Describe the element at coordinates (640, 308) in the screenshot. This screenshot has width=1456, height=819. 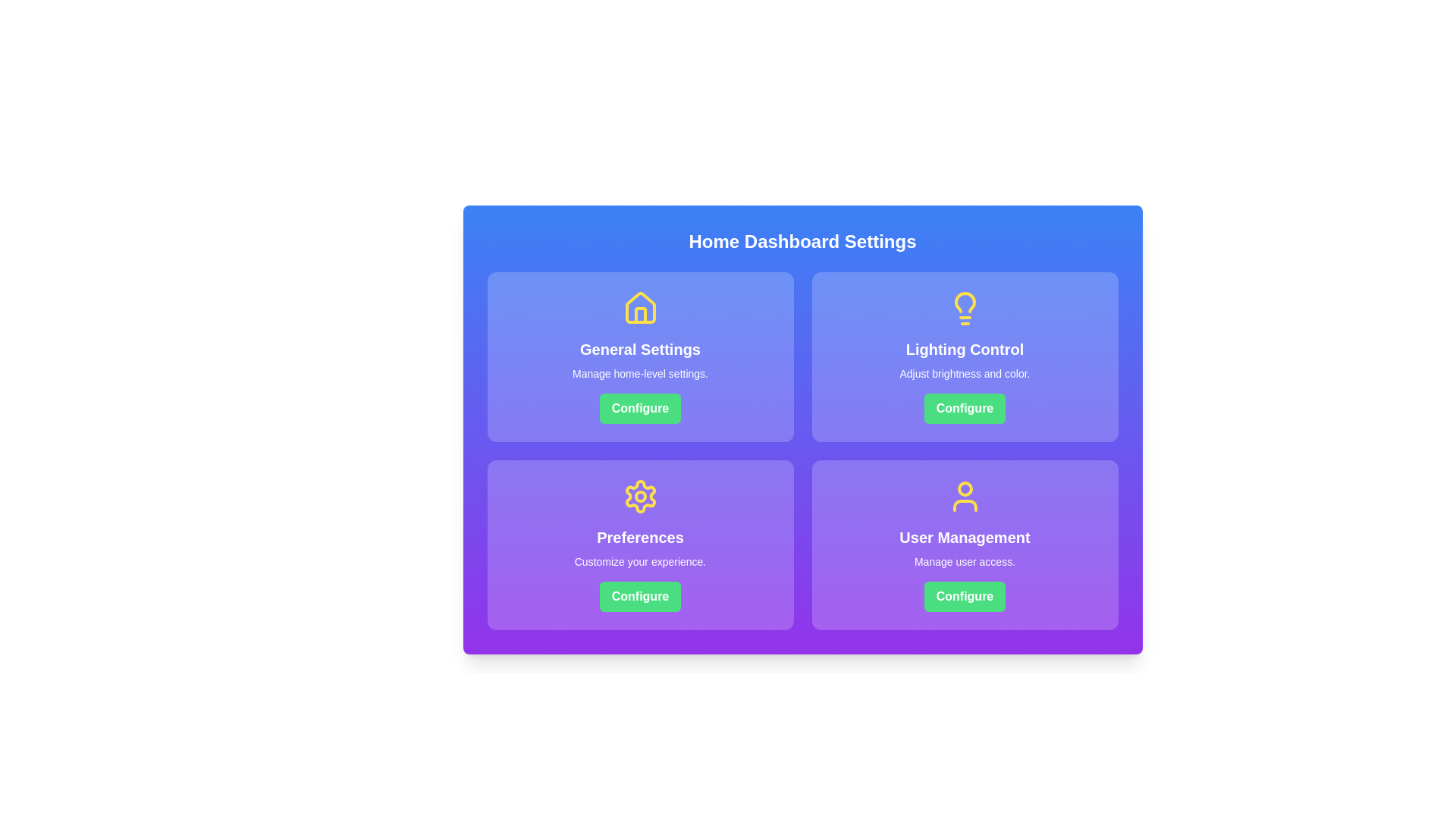
I see `the icon corresponding to General Settings` at that location.